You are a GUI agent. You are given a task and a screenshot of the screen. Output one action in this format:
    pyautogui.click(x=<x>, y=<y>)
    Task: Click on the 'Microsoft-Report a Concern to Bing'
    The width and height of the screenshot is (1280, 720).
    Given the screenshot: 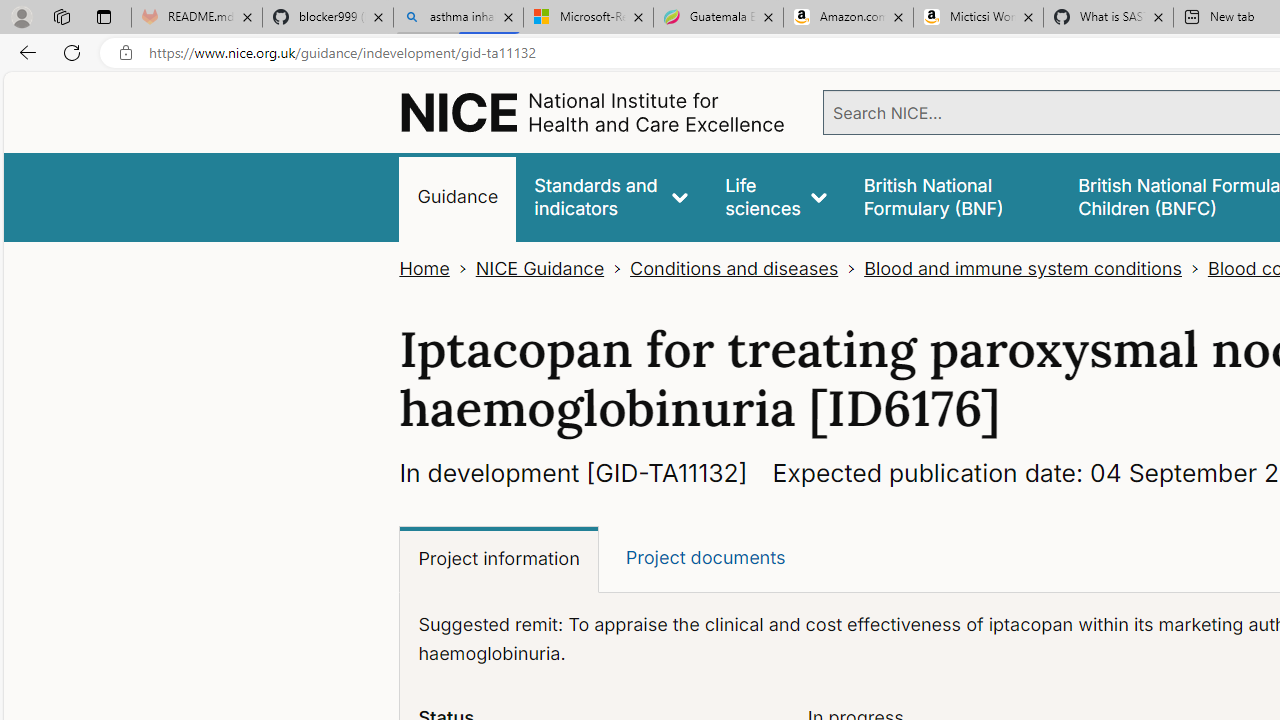 What is the action you would take?
    pyautogui.click(x=587, y=17)
    